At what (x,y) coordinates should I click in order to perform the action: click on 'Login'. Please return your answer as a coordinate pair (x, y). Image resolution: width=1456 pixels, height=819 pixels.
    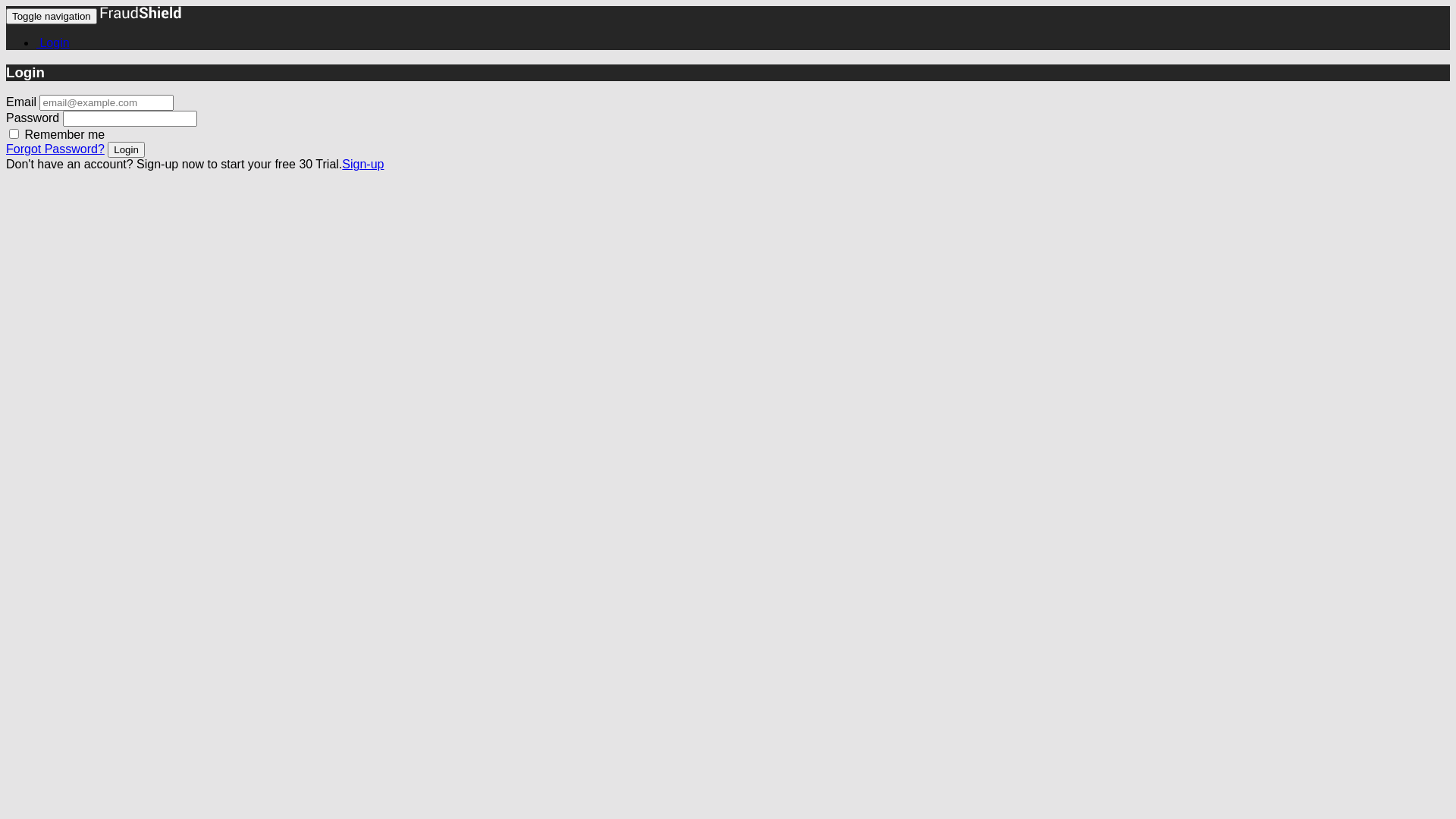
    Looking at the image, I should click on (126, 149).